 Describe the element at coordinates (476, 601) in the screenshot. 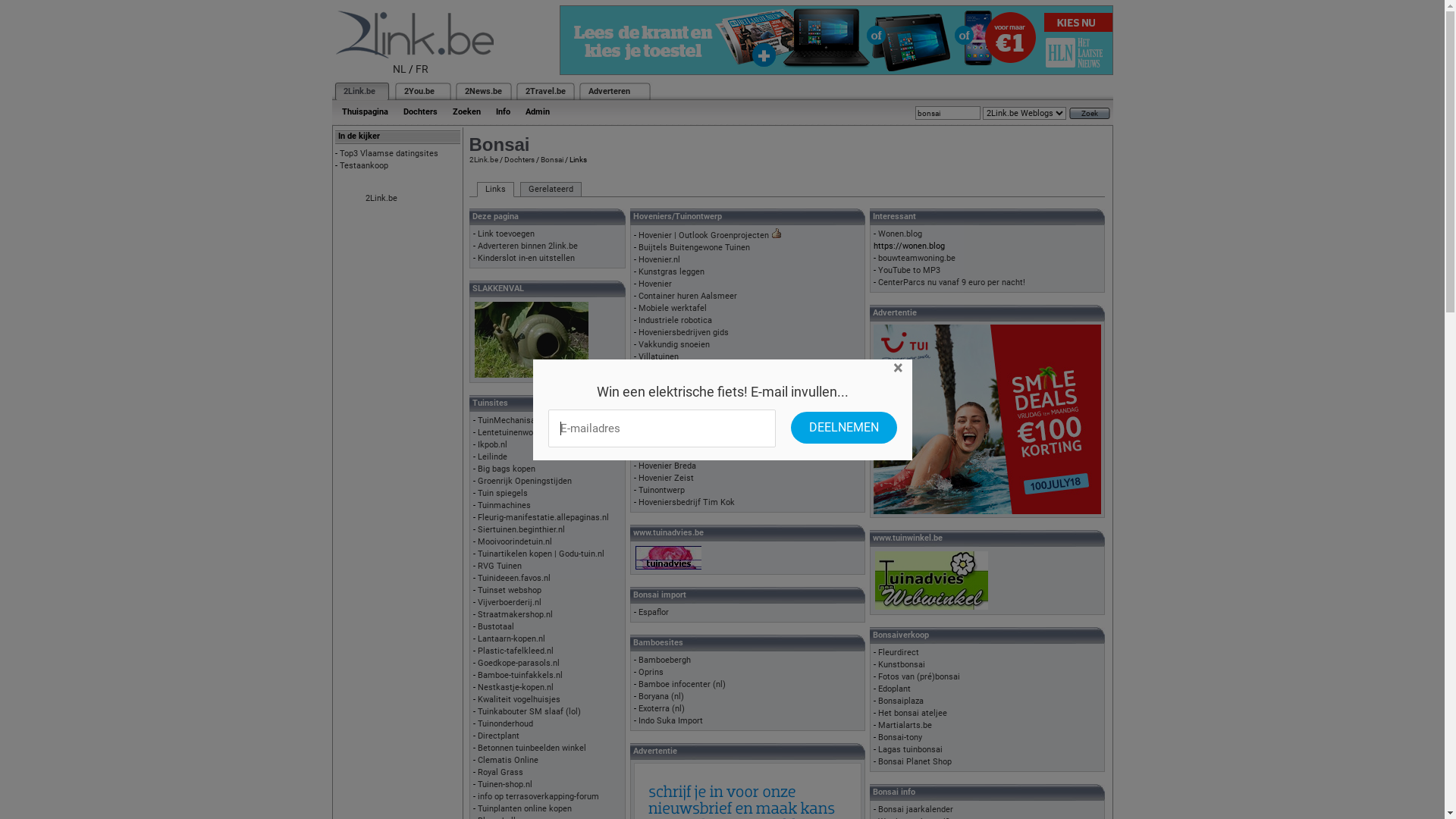

I see `'Vijverboerderij.nl'` at that location.